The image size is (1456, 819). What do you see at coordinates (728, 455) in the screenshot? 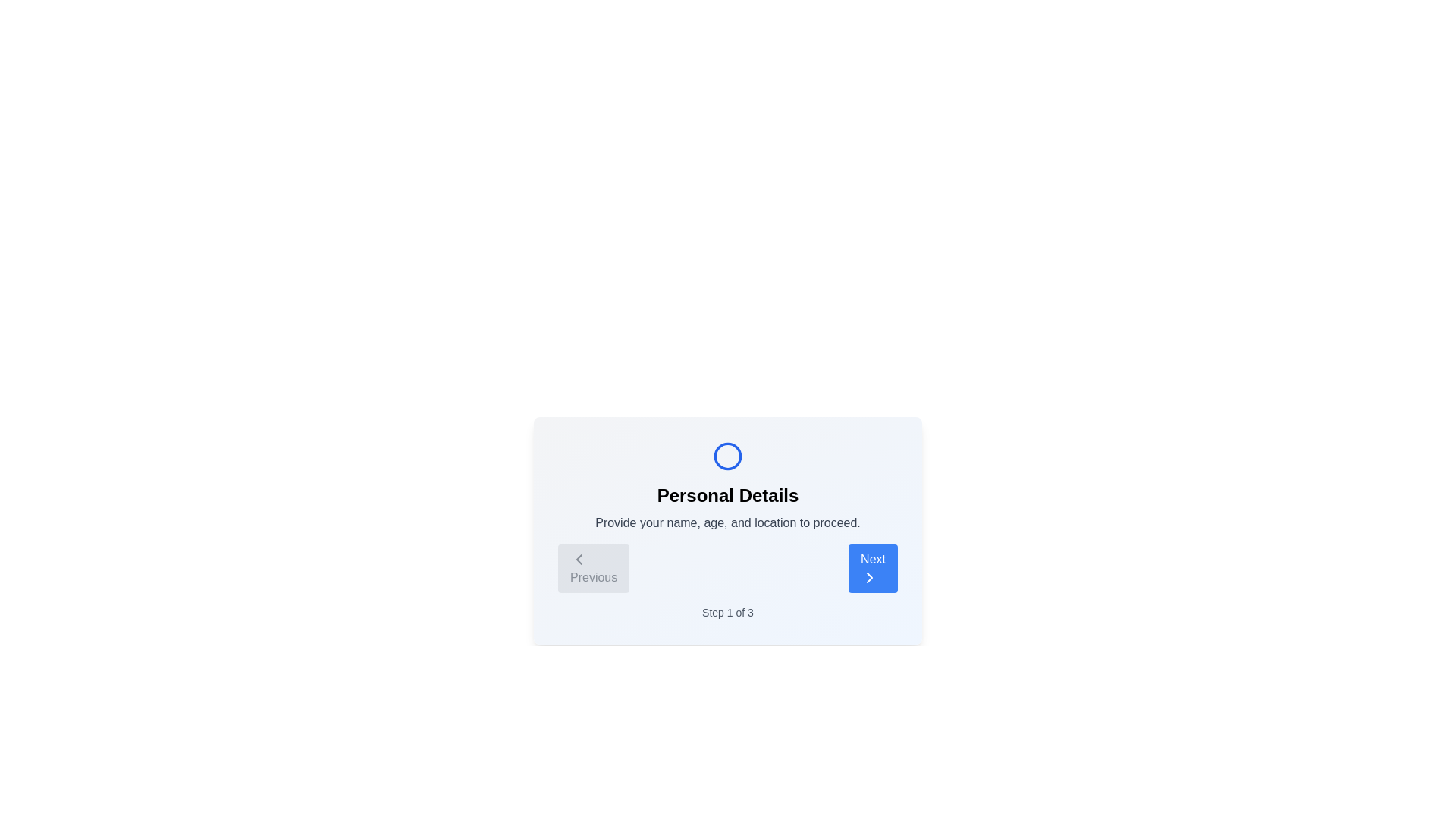
I see `the step icon to provide visual feedback` at bounding box center [728, 455].